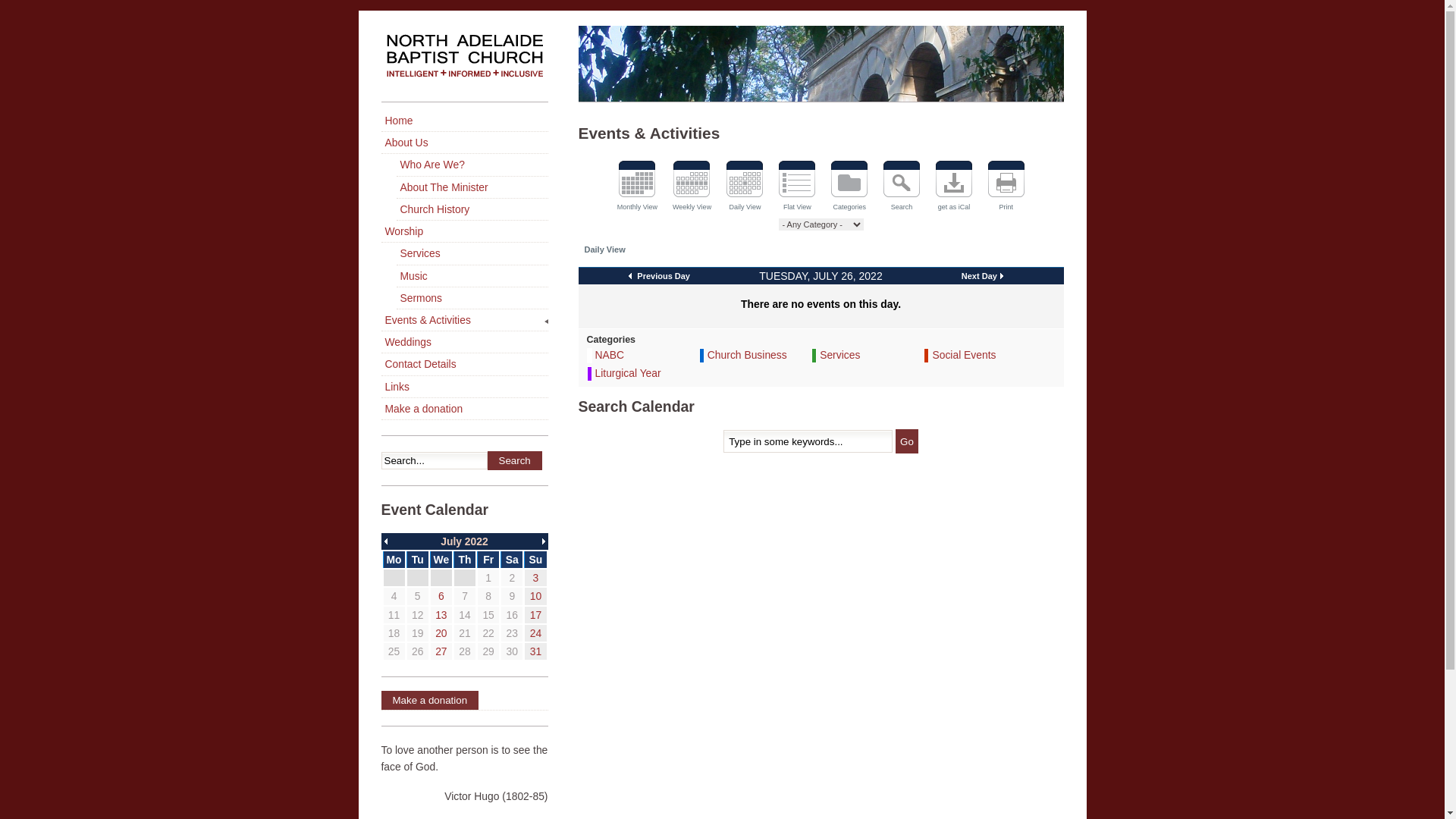 The width and height of the screenshot is (1456, 819). Describe the element at coordinates (463, 231) in the screenshot. I see `'Worship'` at that location.